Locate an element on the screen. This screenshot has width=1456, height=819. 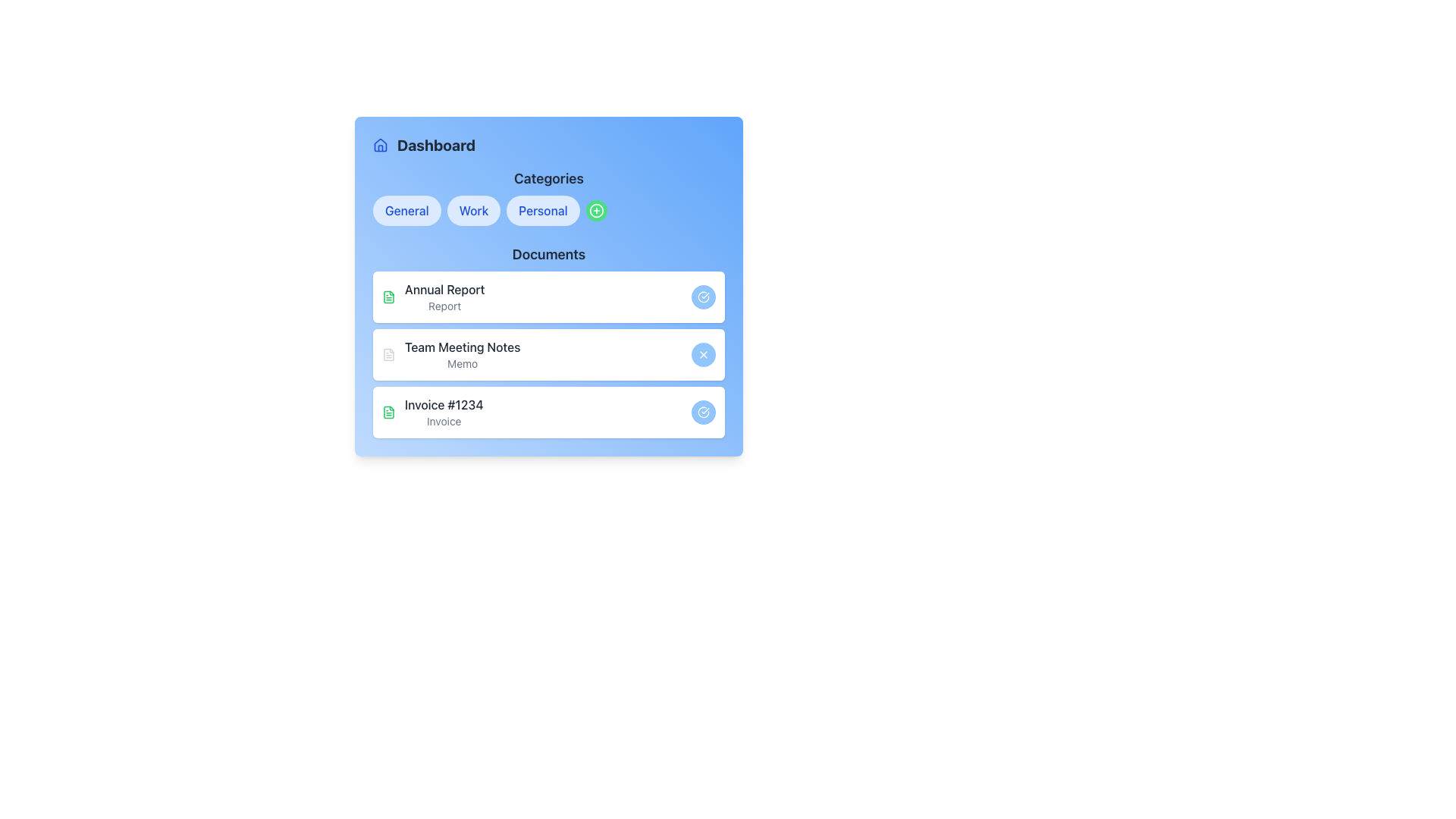
the green circular button with a white outlined circle and a centered plus sign located in the 'Categories' section is located at coordinates (595, 210).